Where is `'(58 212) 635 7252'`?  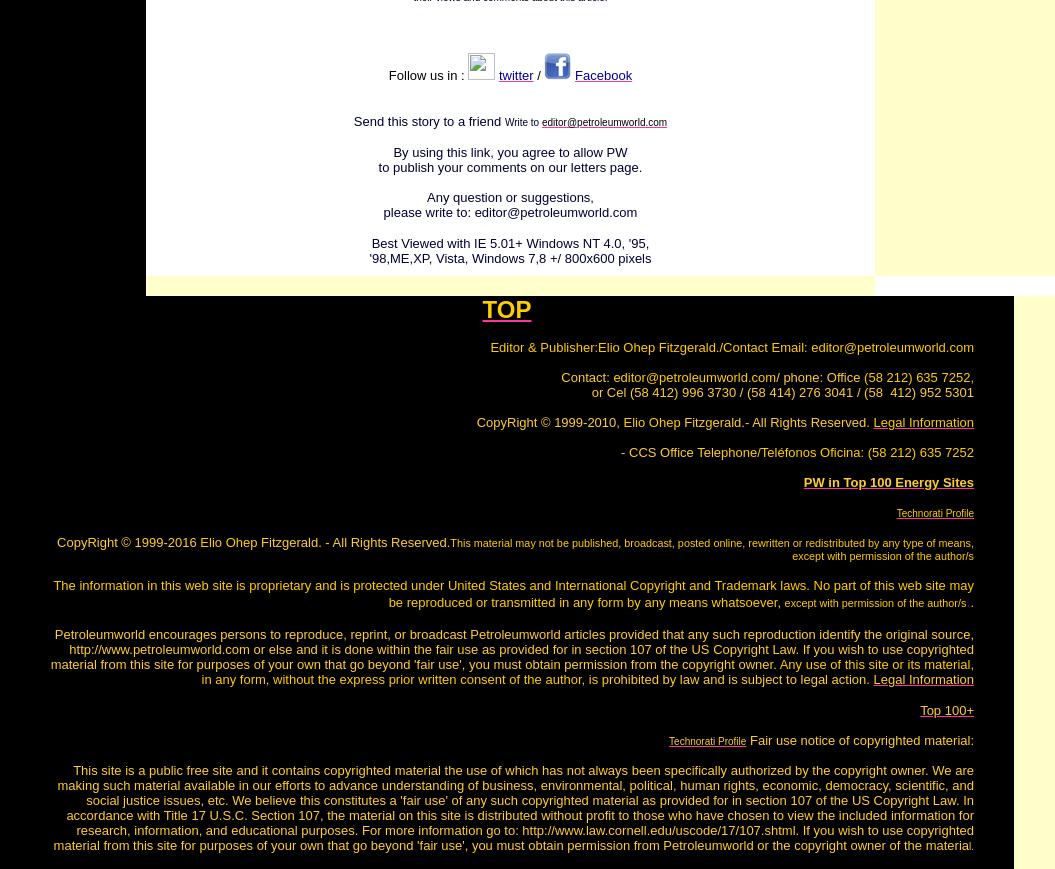
'(58 212) 635 7252' is located at coordinates (916, 376).